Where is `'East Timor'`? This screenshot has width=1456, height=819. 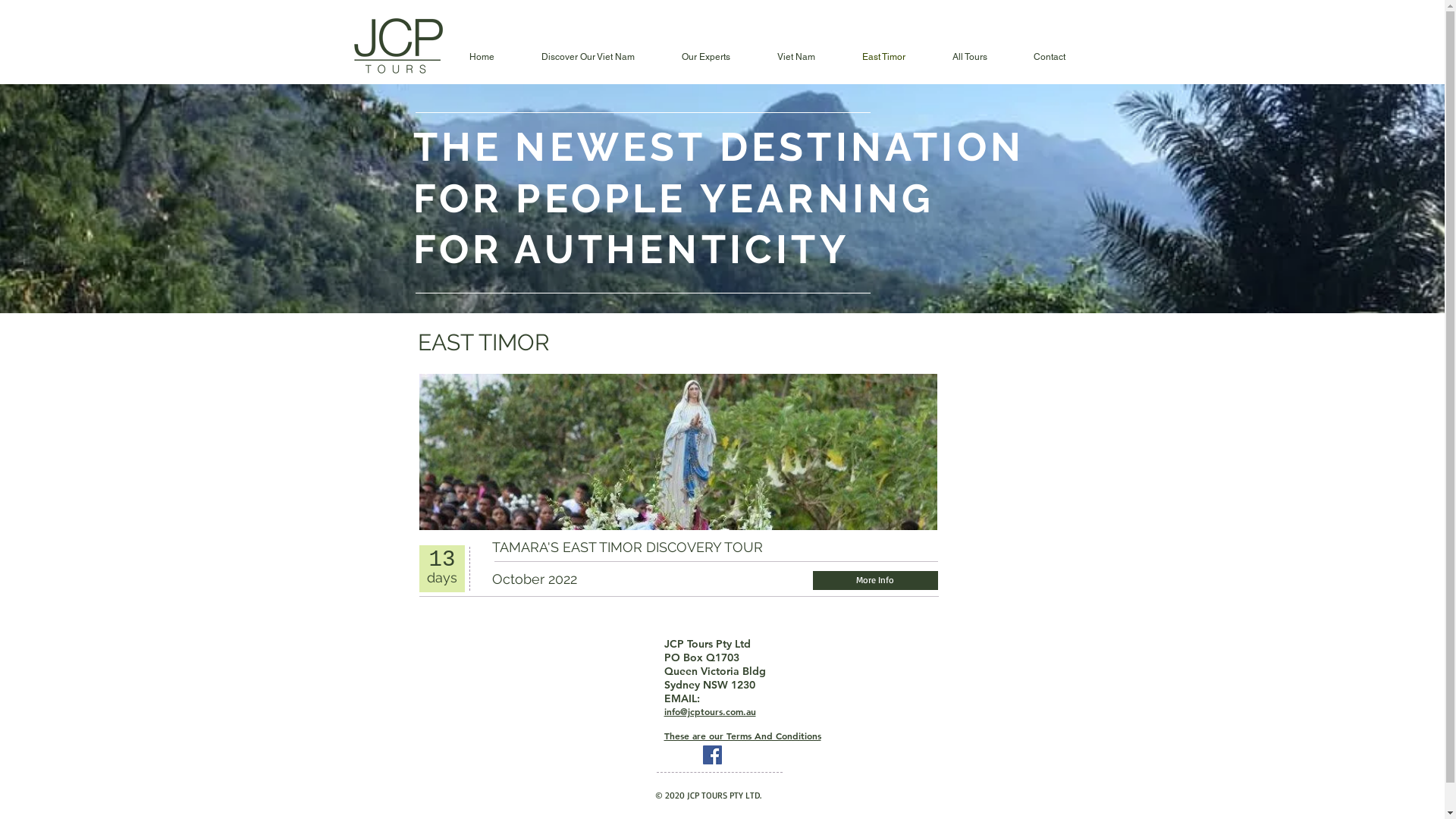 'East Timor' is located at coordinates (883, 56).